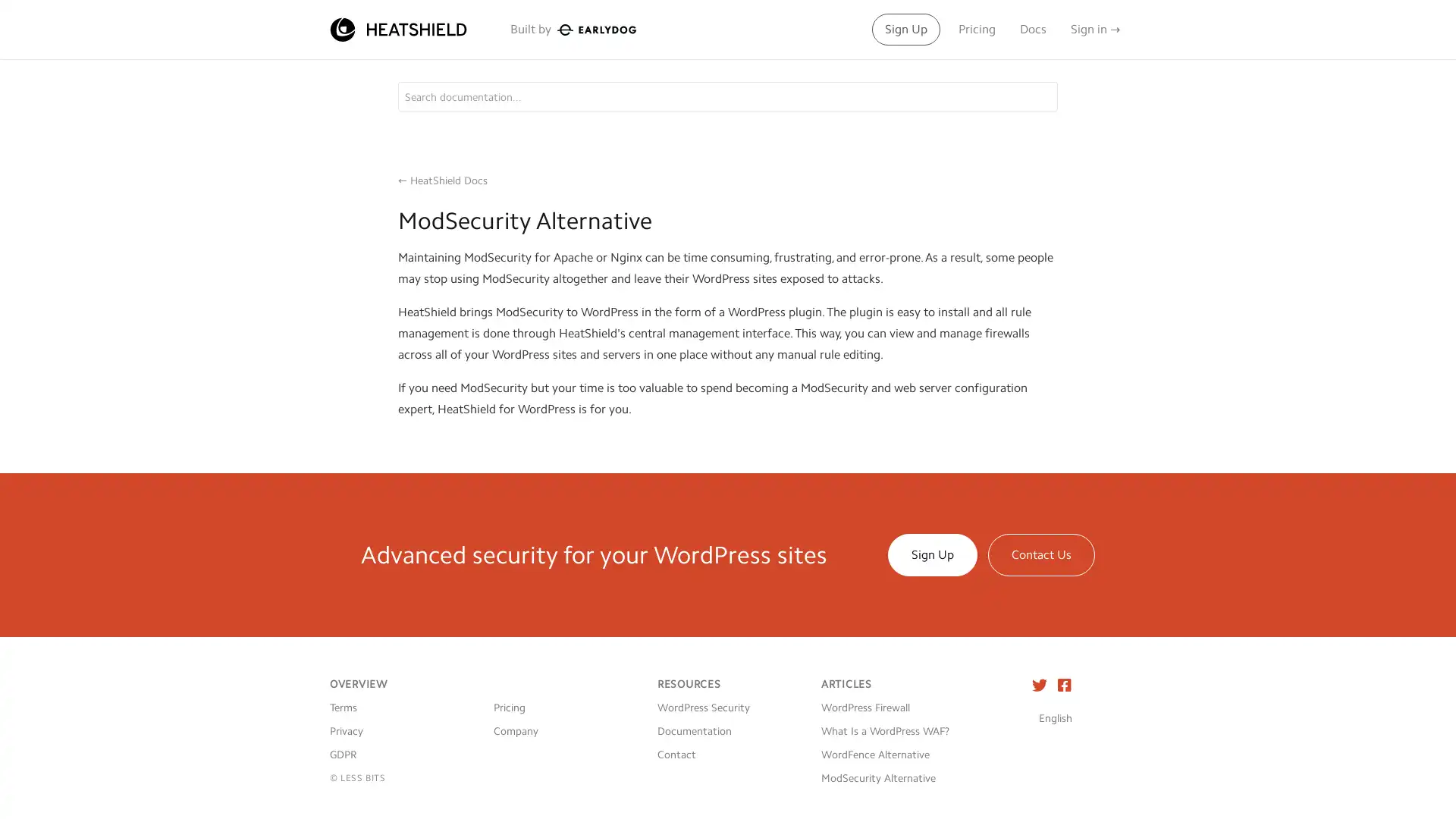  What do you see at coordinates (977, 29) in the screenshot?
I see `Pricing` at bounding box center [977, 29].